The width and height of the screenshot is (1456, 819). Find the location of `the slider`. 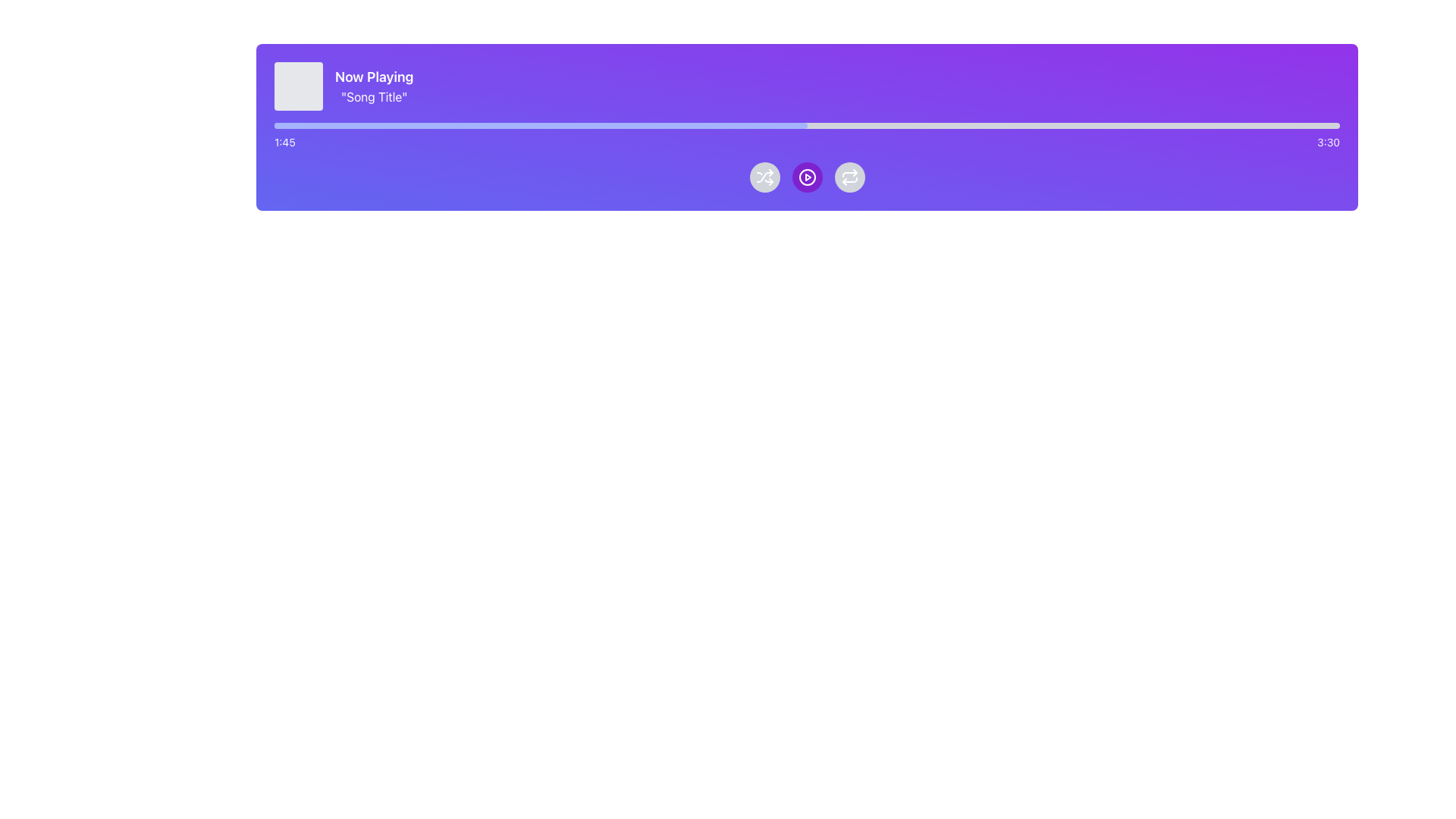

the slider is located at coordinates (878, 124).